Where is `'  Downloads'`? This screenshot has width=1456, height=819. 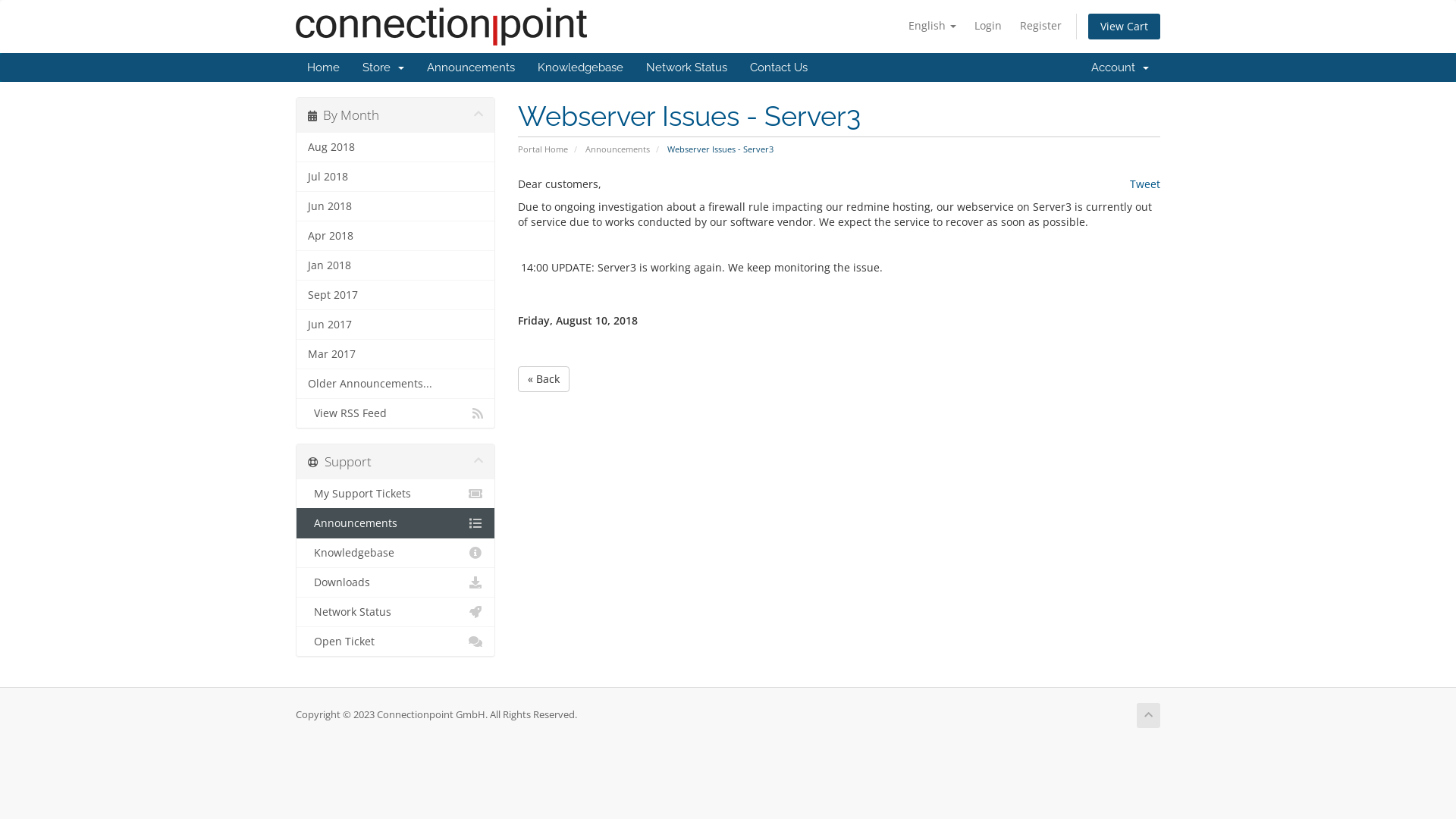
'  Downloads' is located at coordinates (395, 581).